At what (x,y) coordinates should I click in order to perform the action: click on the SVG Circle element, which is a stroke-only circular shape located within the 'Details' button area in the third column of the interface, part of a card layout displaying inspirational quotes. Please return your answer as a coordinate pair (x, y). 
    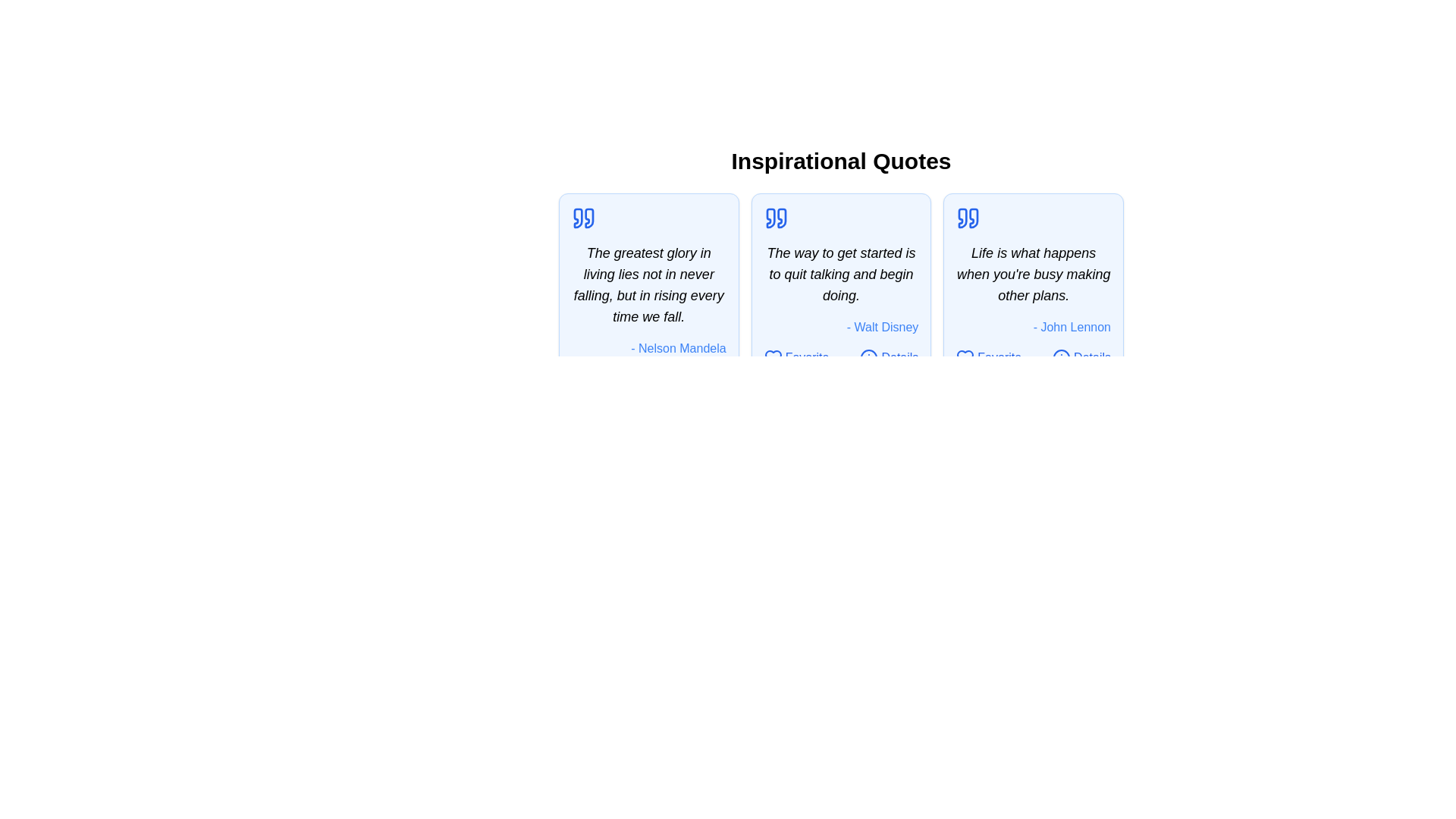
    Looking at the image, I should click on (1061, 357).